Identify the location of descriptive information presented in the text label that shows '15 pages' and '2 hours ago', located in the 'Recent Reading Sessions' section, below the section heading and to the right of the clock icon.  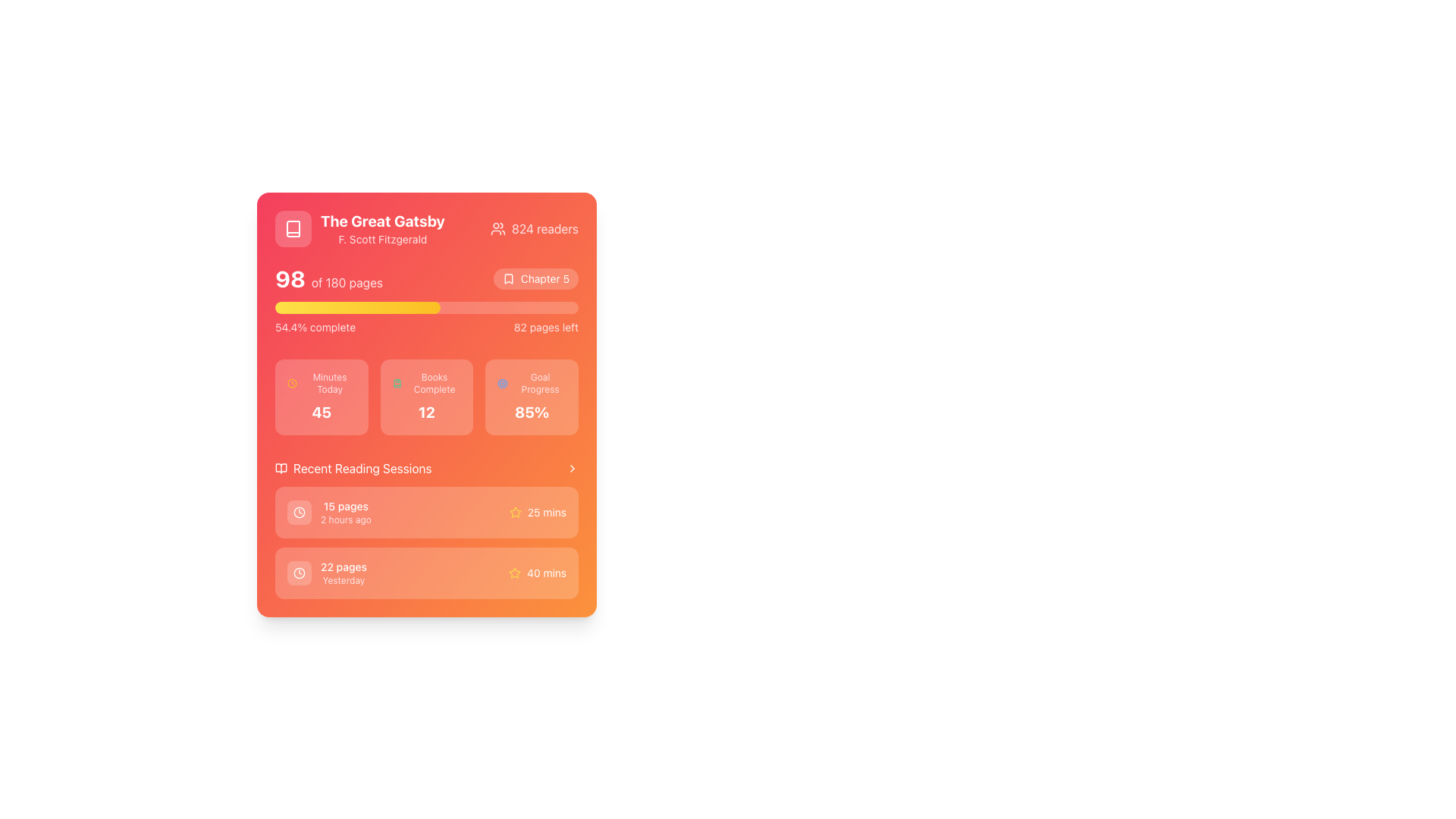
(345, 512).